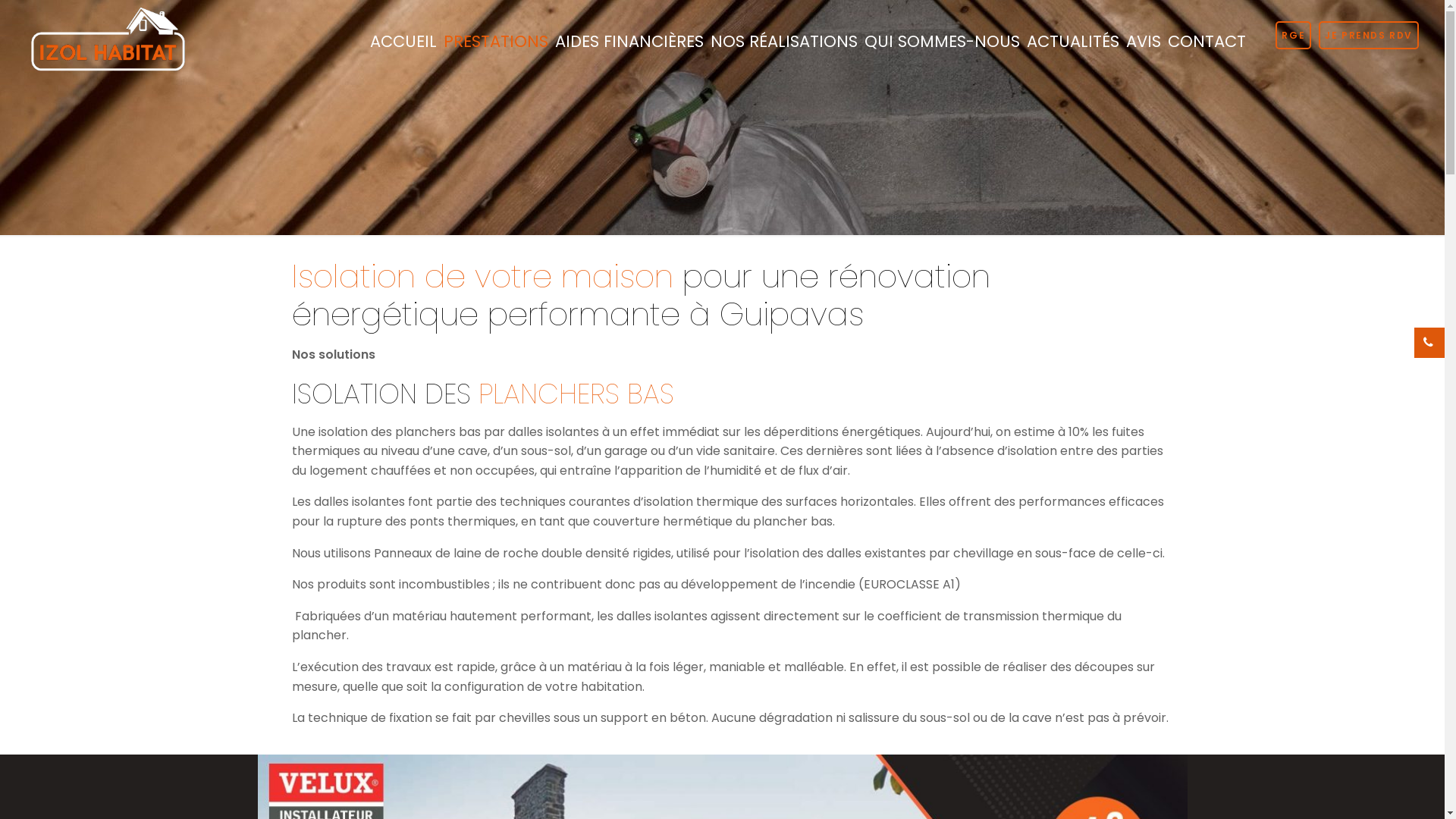 The width and height of the screenshot is (1456, 819). Describe the element at coordinates (1206, 40) in the screenshot. I see `'CONTACT'` at that location.